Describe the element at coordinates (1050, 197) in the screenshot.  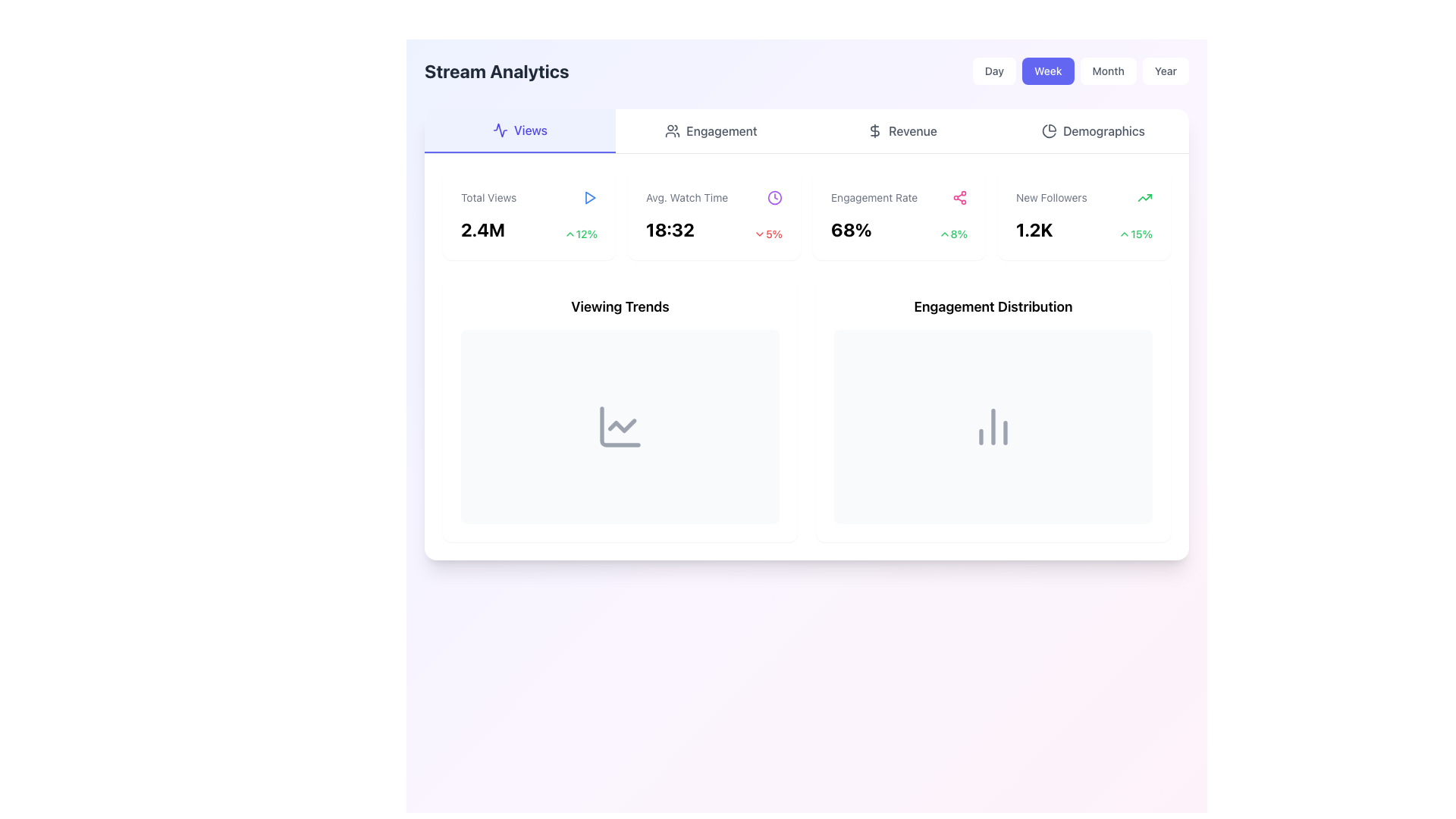
I see `the 'New Followers' text label, which is styled with a gray font and is located above the numeric follower count and an upward trend icon on the dashboard` at that location.